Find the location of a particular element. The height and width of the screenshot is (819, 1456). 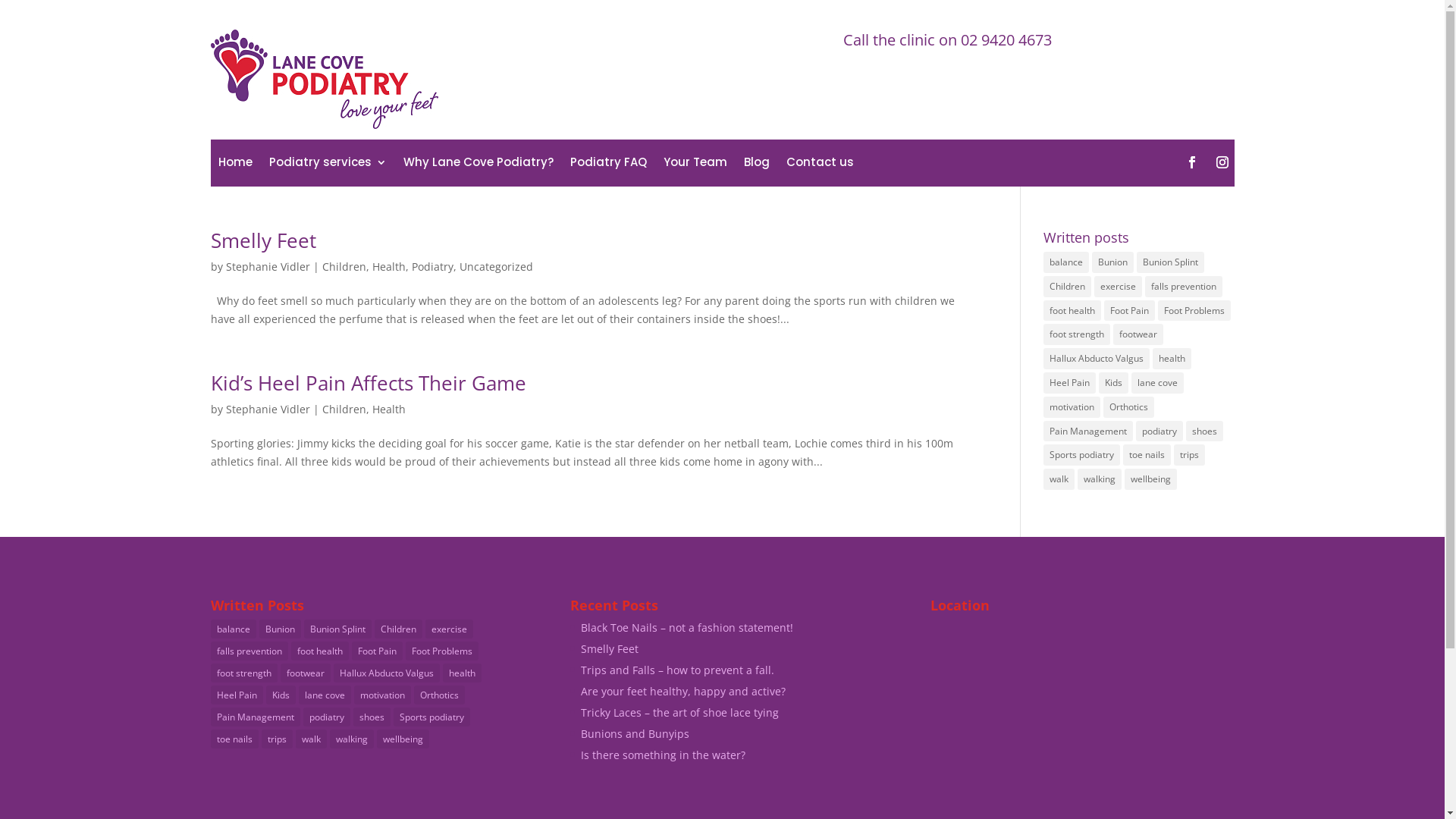

'Pain Management' is located at coordinates (210, 717).